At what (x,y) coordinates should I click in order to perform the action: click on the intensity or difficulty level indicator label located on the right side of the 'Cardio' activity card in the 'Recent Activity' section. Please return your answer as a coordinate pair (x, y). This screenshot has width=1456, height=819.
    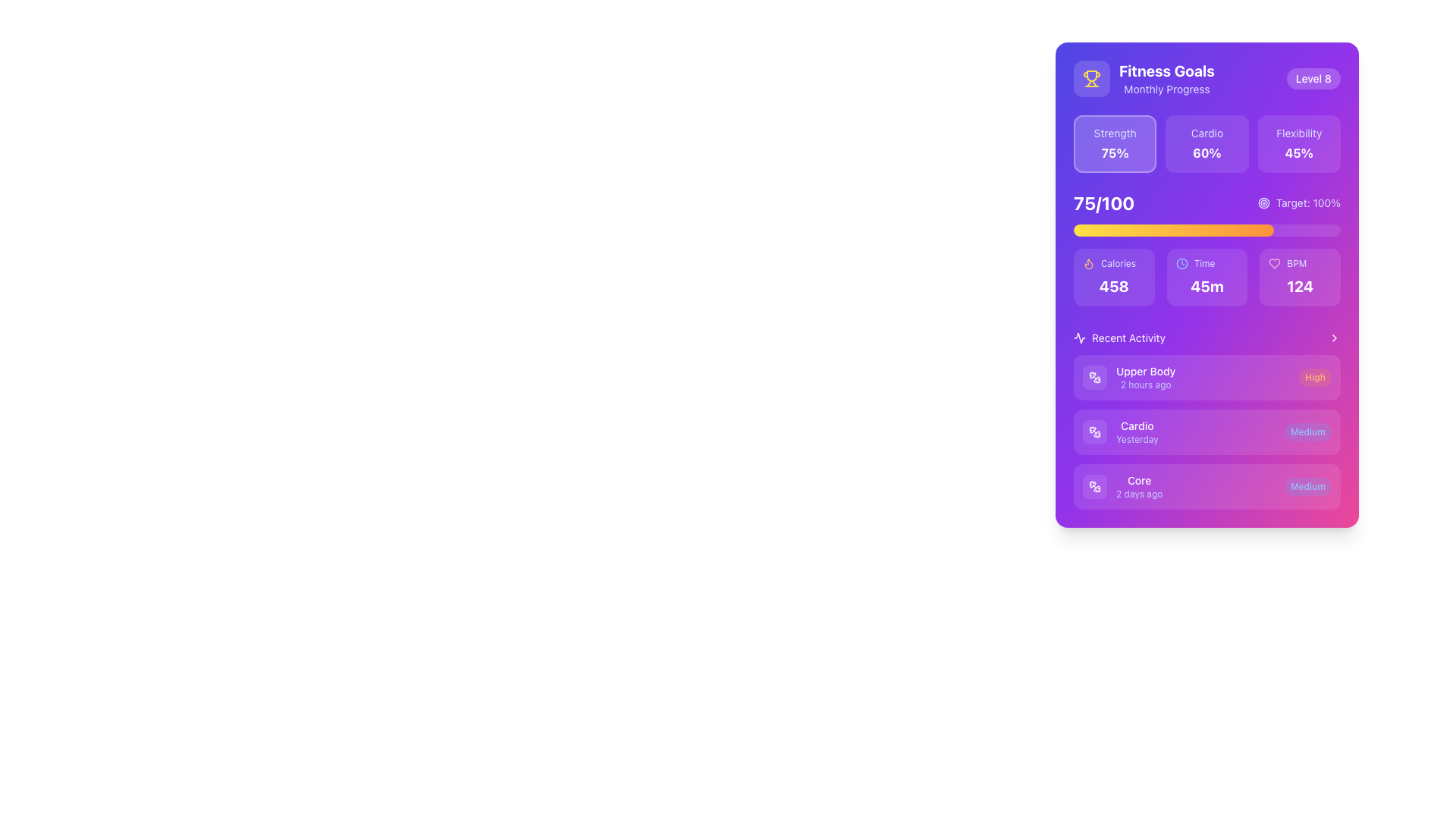
    Looking at the image, I should click on (1307, 432).